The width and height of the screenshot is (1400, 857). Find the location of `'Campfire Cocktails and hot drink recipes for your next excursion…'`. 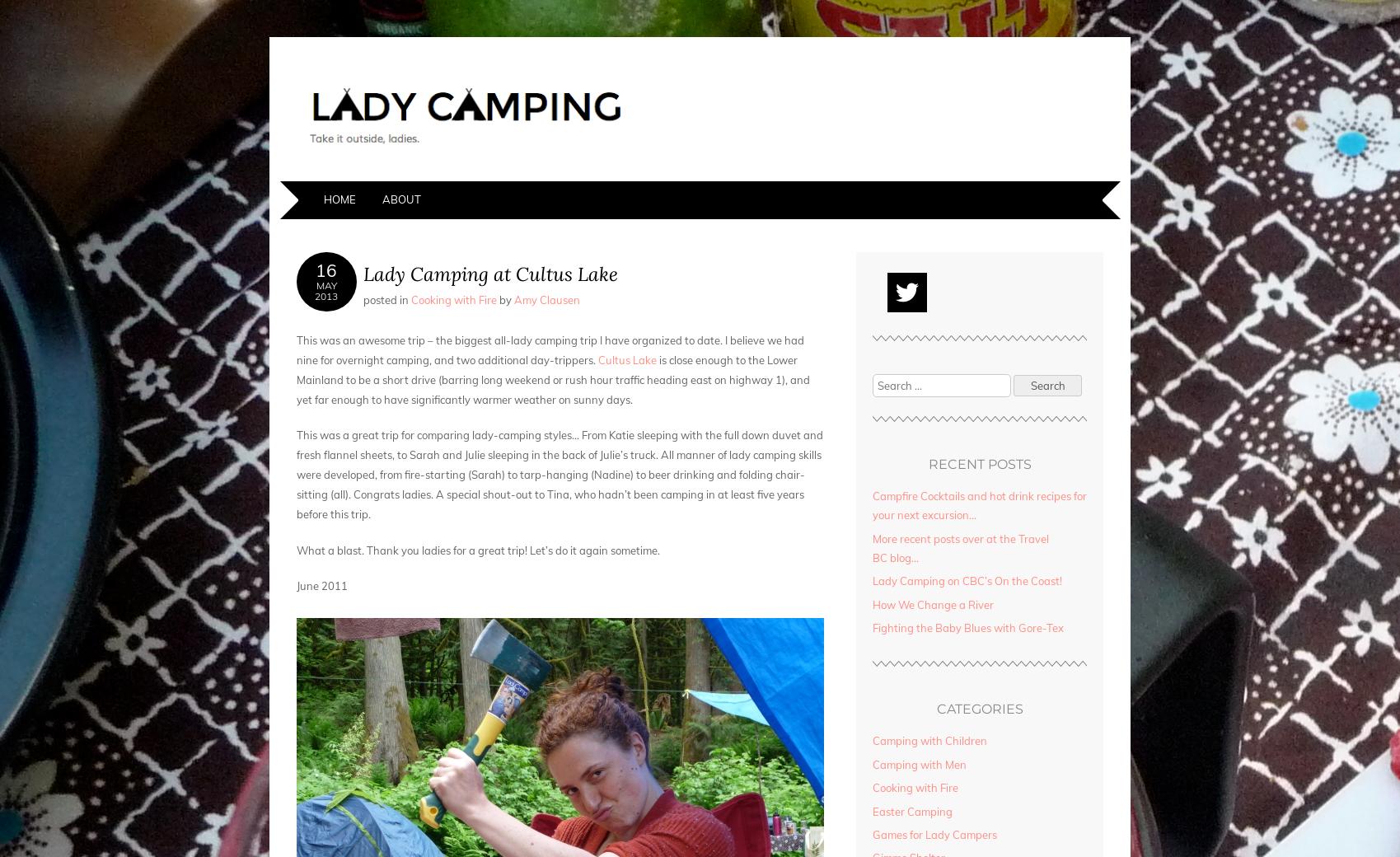

'Campfire Cocktails and hot drink recipes for your next excursion…' is located at coordinates (979, 503).